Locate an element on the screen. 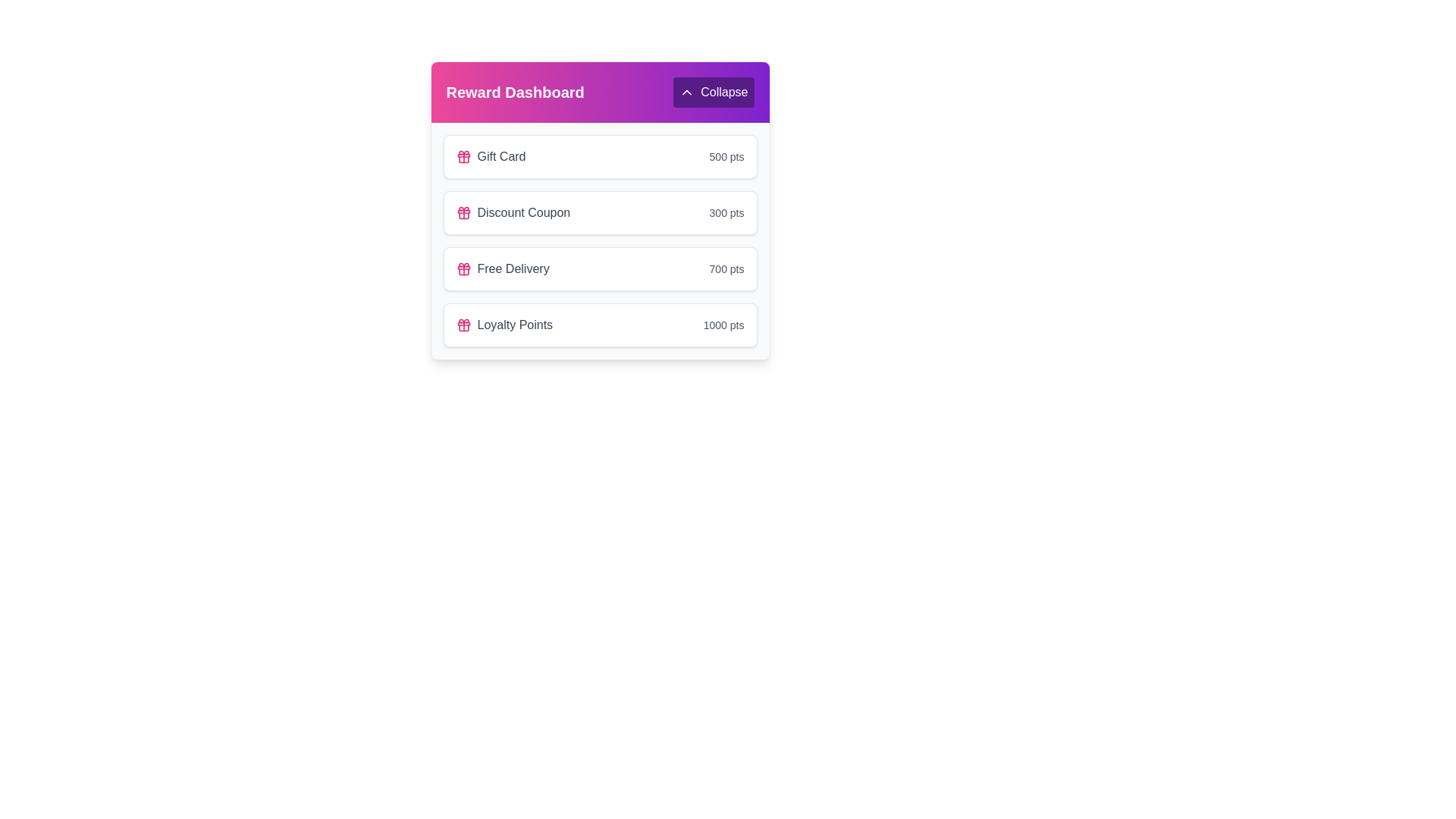  the 'Discount Coupon' label with icon for keyboard navigation is located at coordinates (513, 213).